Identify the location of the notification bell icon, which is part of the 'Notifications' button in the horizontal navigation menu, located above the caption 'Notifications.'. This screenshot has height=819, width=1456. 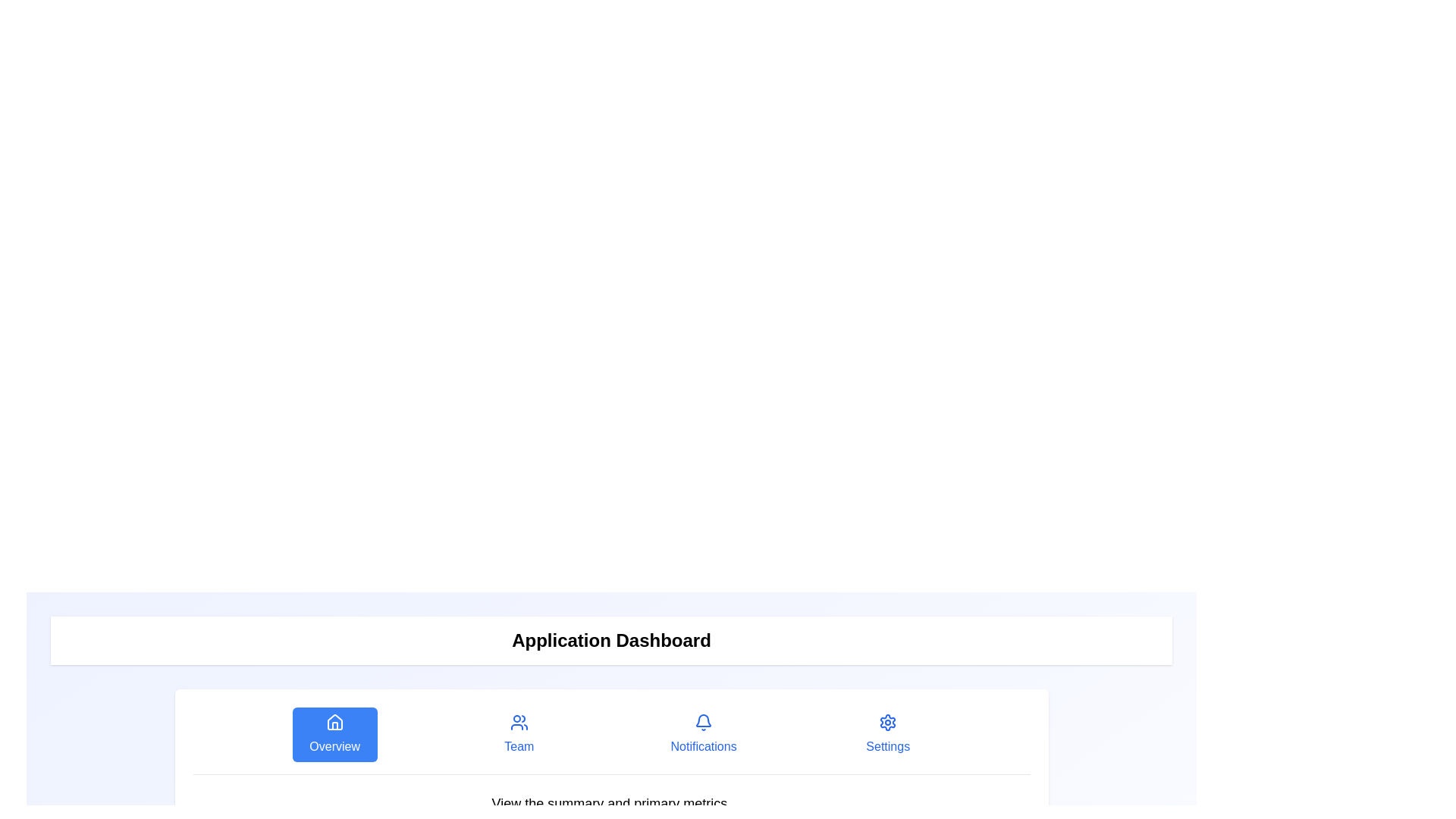
(703, 721).